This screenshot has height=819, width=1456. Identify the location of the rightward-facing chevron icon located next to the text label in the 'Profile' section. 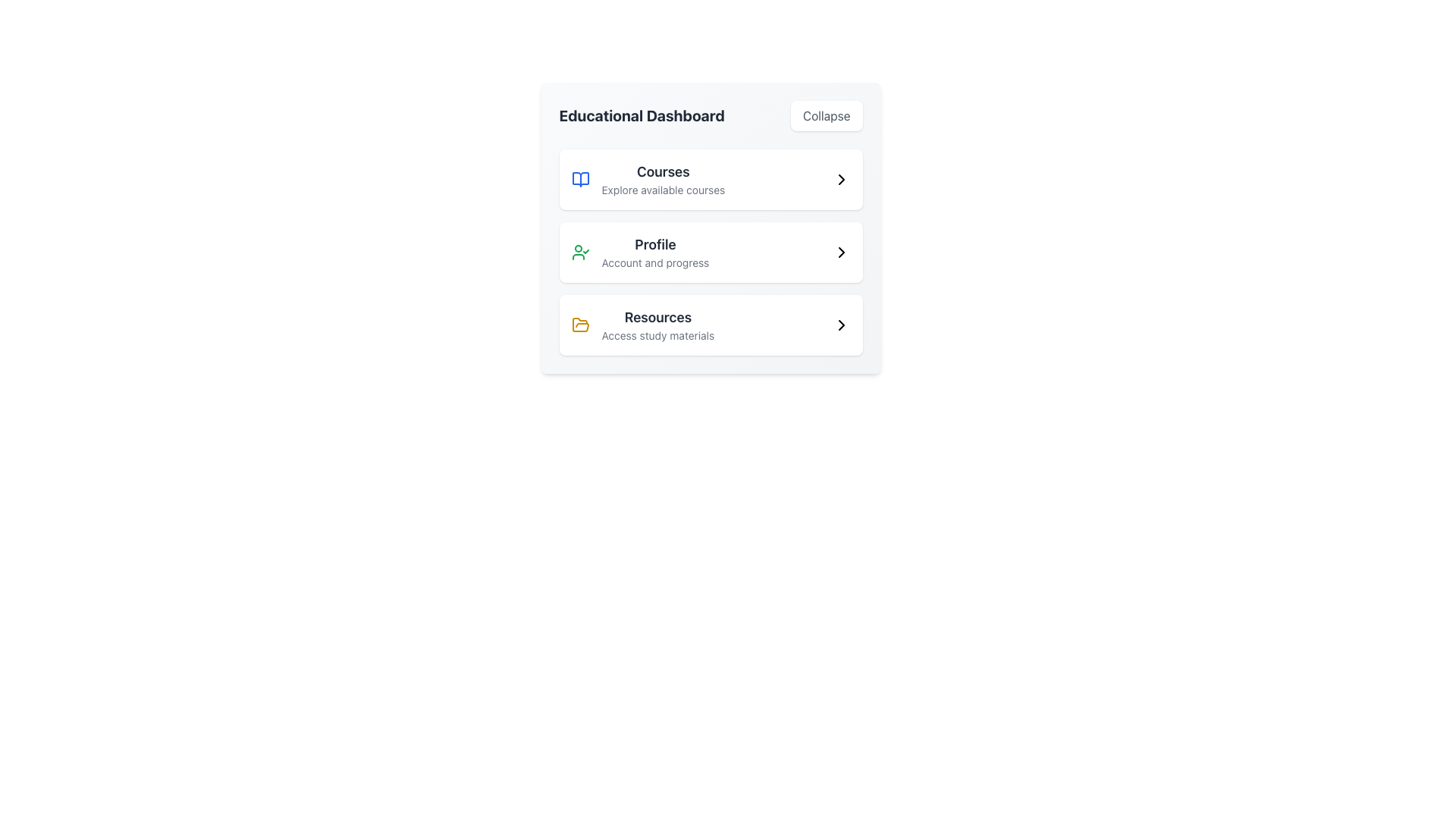
(840, 251).